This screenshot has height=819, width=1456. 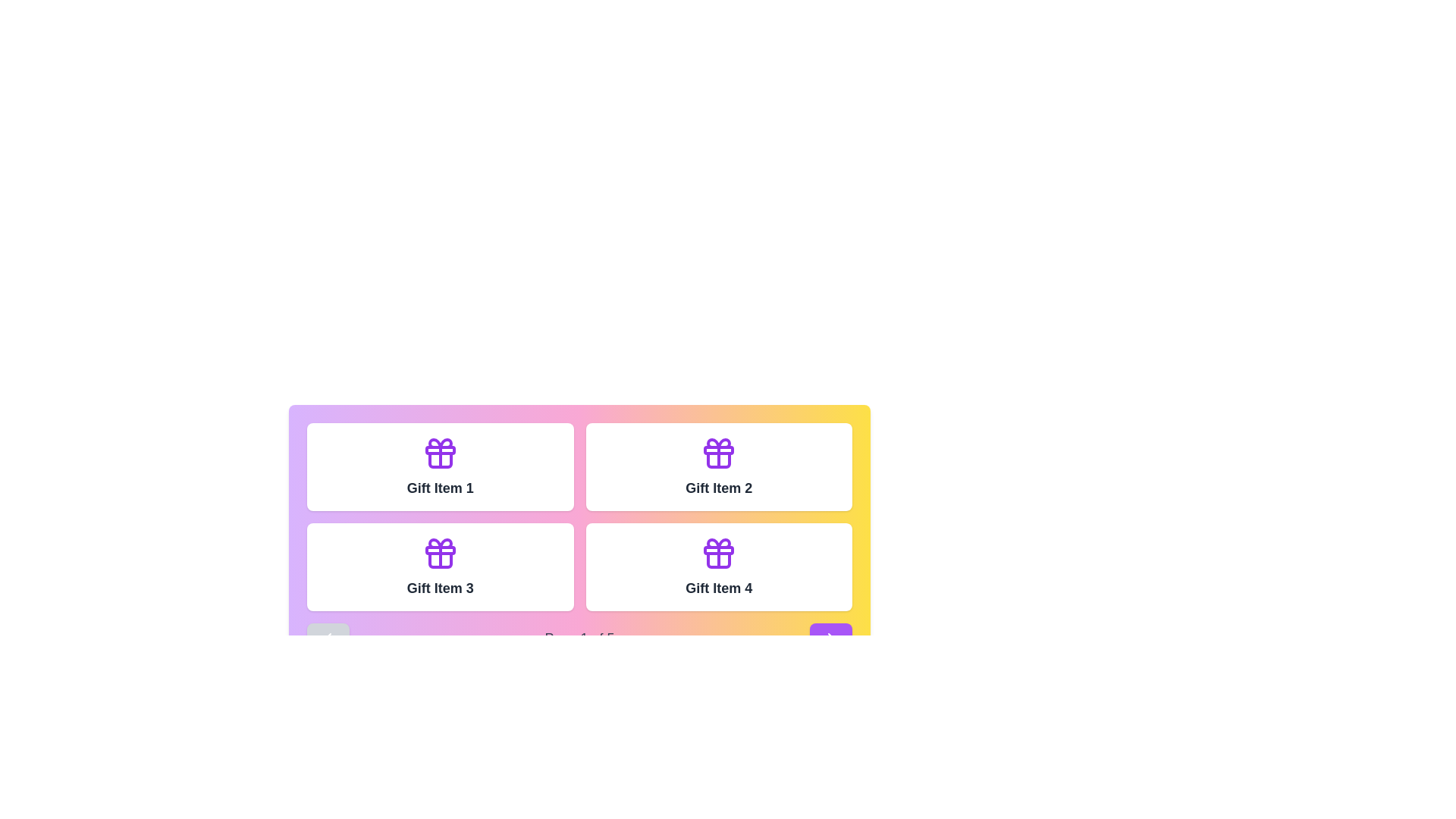 What do you see at coordinates (439, 543) in the screenshot?
I see `the top decorative bow of the gift icon located in the lower left position of the third card in a grid layout, above the 'Gift Item 3' label` at bounding box center [439, 543].